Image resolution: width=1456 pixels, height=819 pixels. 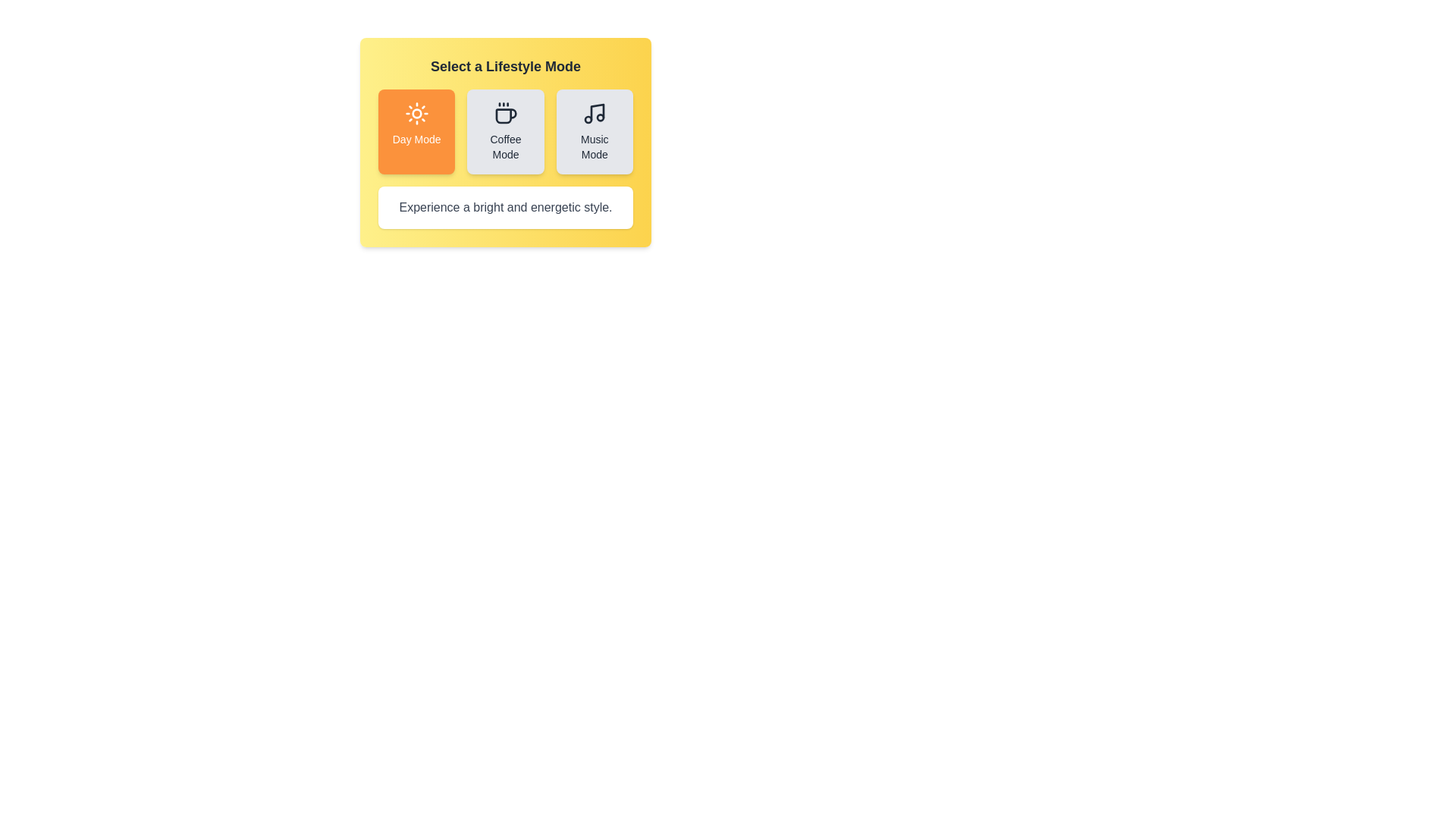 What do you see at coordinates (506, 130) in the screenshot?
I see `the button corresponding to Coffee` at bounding box center [506, 130].